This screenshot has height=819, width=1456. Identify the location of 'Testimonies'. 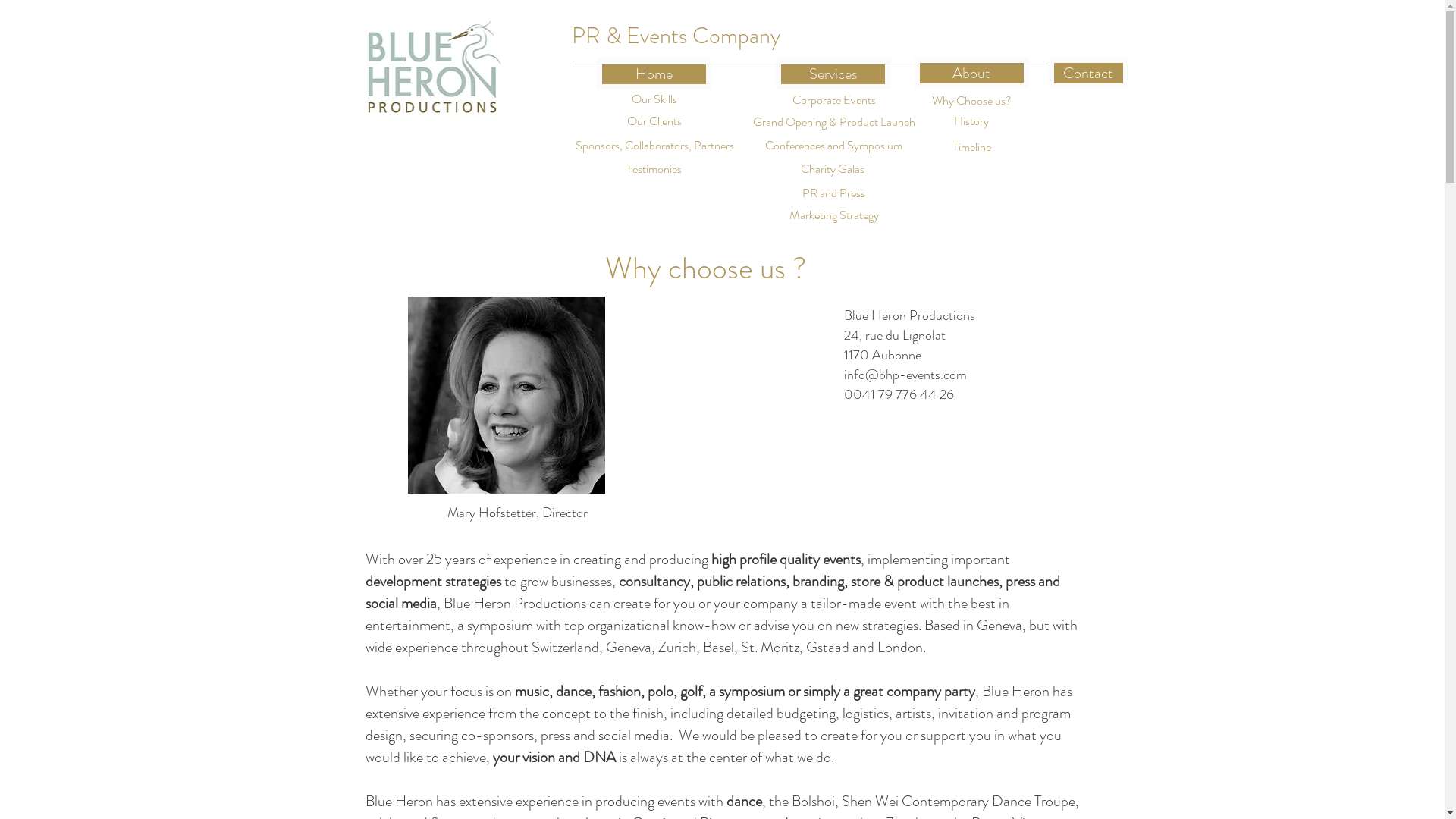
(654, 169).